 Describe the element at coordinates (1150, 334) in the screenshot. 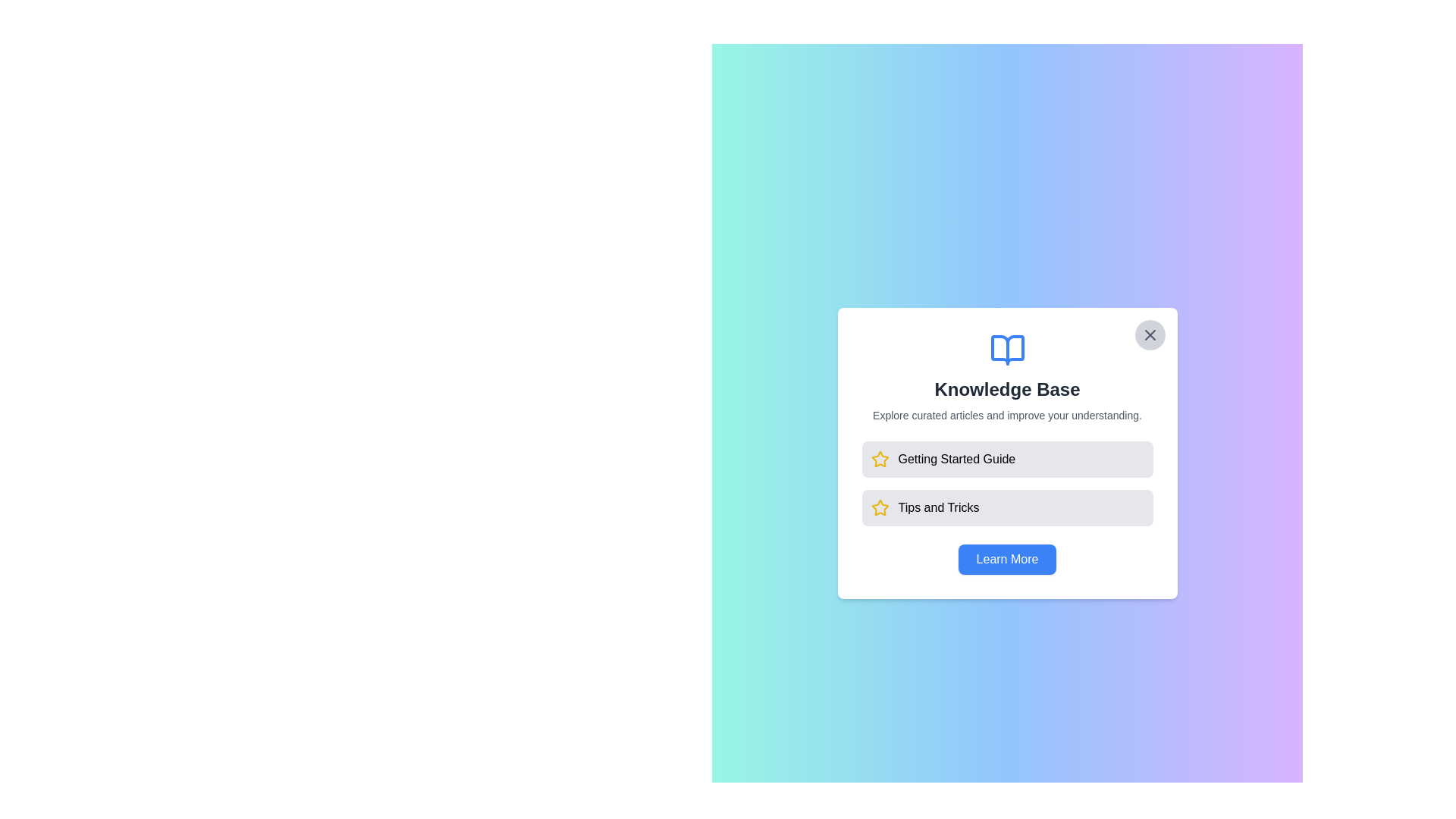

I see `the 'X' icon button located` at that location.